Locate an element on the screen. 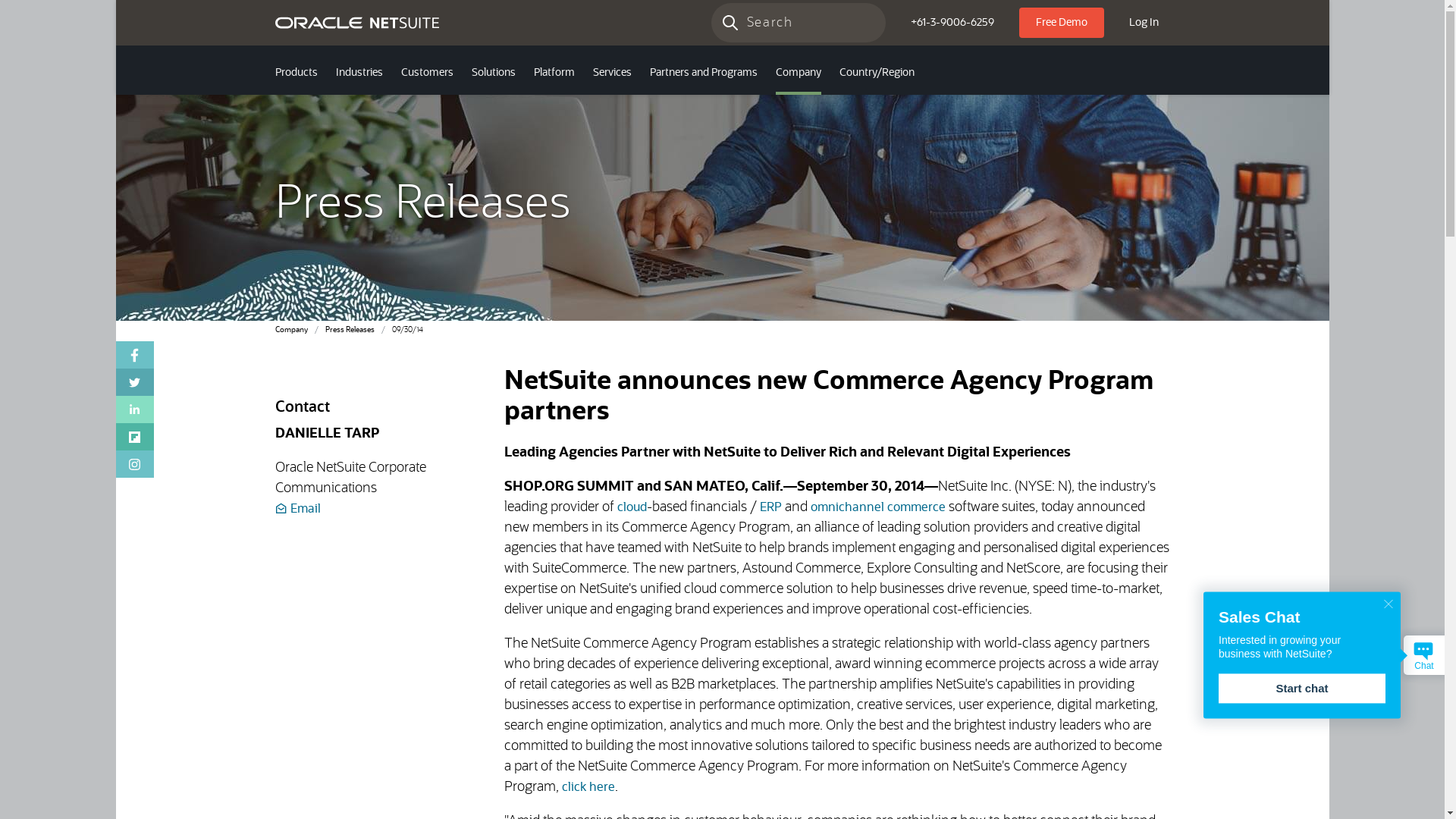  'Chat' is located at coordinates (1423, 654).